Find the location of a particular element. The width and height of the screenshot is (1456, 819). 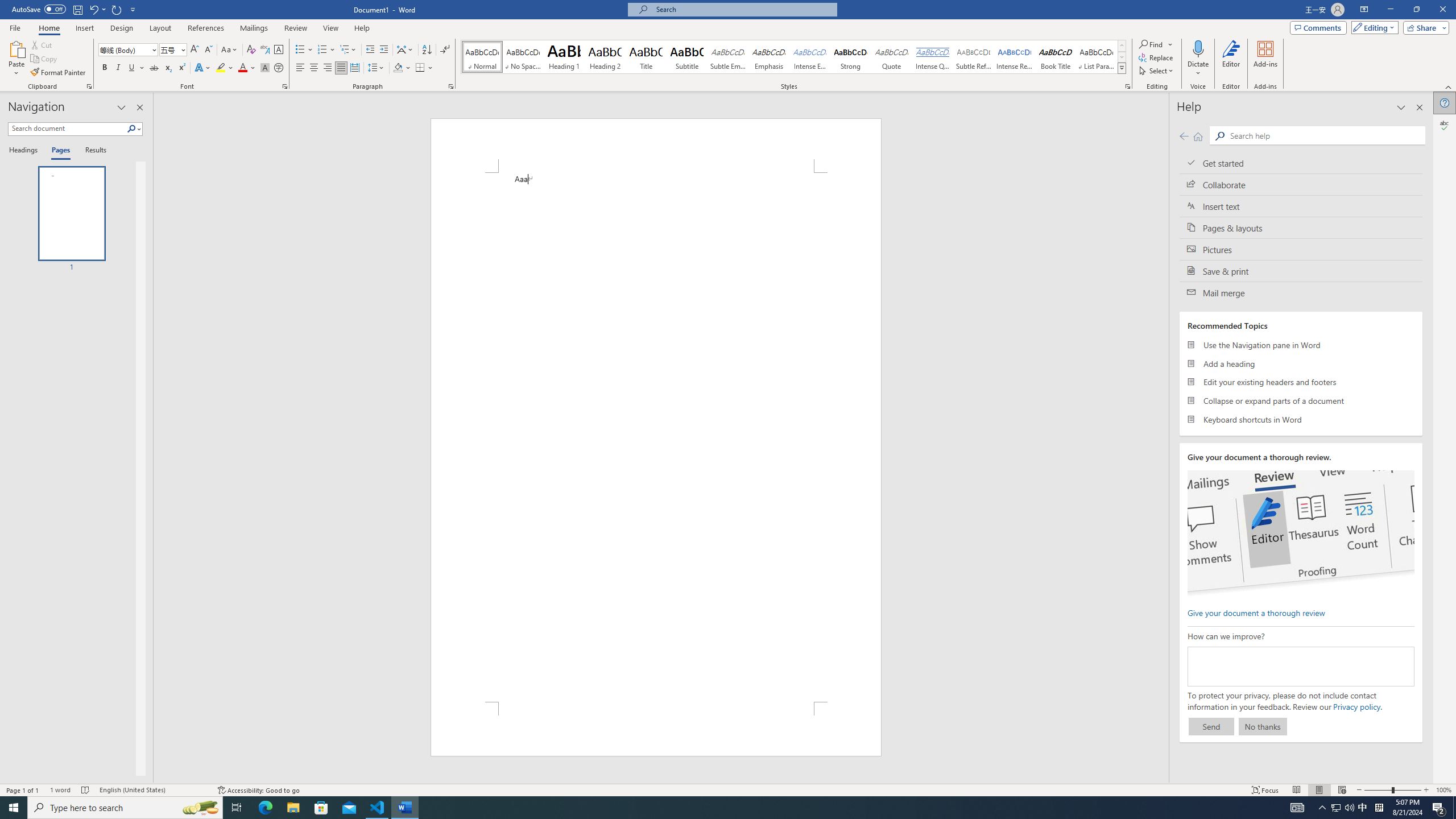

'Subtitle' is located at coordinates (686, 56).